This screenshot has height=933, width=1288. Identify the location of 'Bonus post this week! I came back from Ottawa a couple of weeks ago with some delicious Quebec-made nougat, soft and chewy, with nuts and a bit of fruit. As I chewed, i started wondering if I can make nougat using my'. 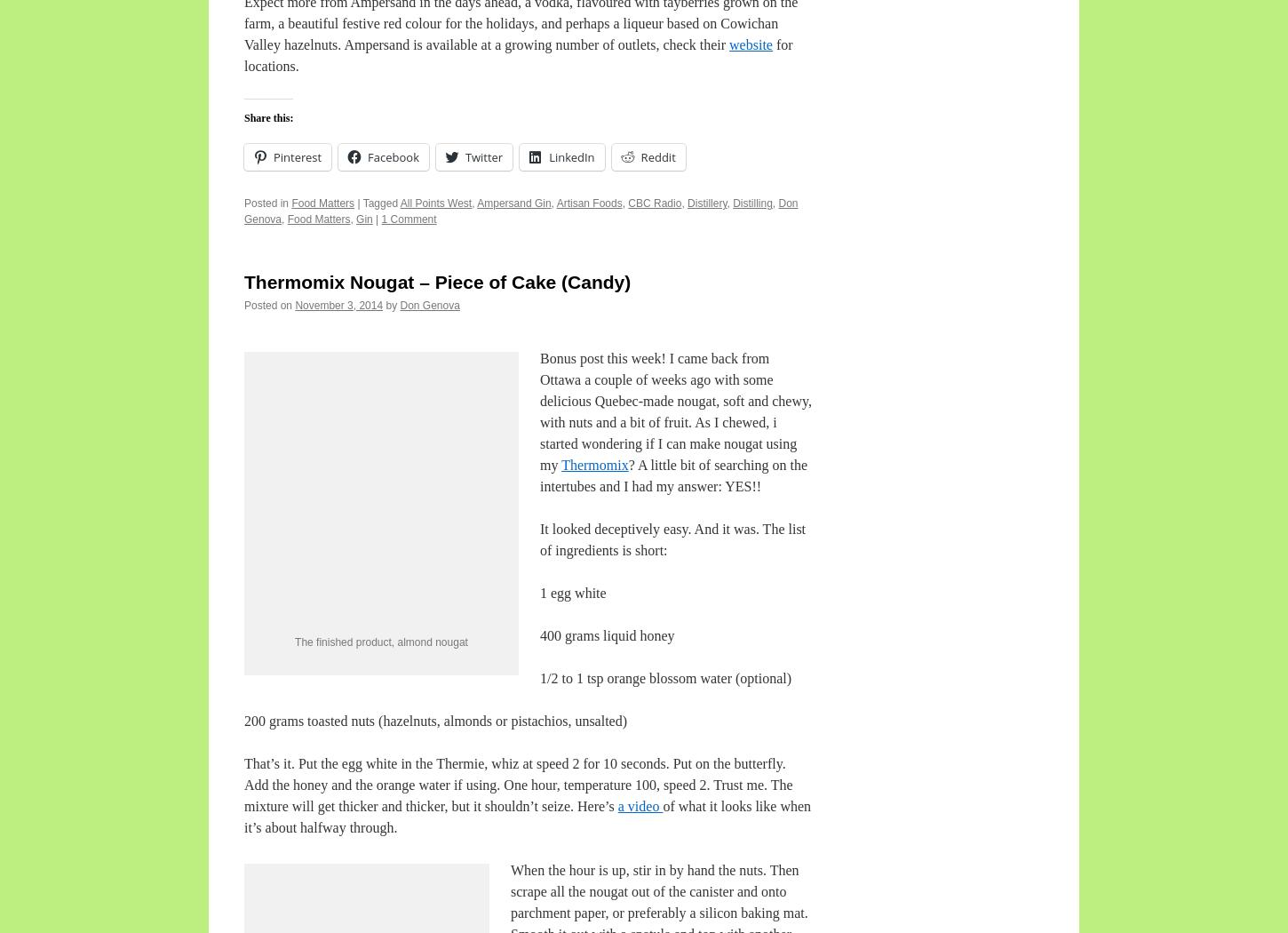
(538, 411).